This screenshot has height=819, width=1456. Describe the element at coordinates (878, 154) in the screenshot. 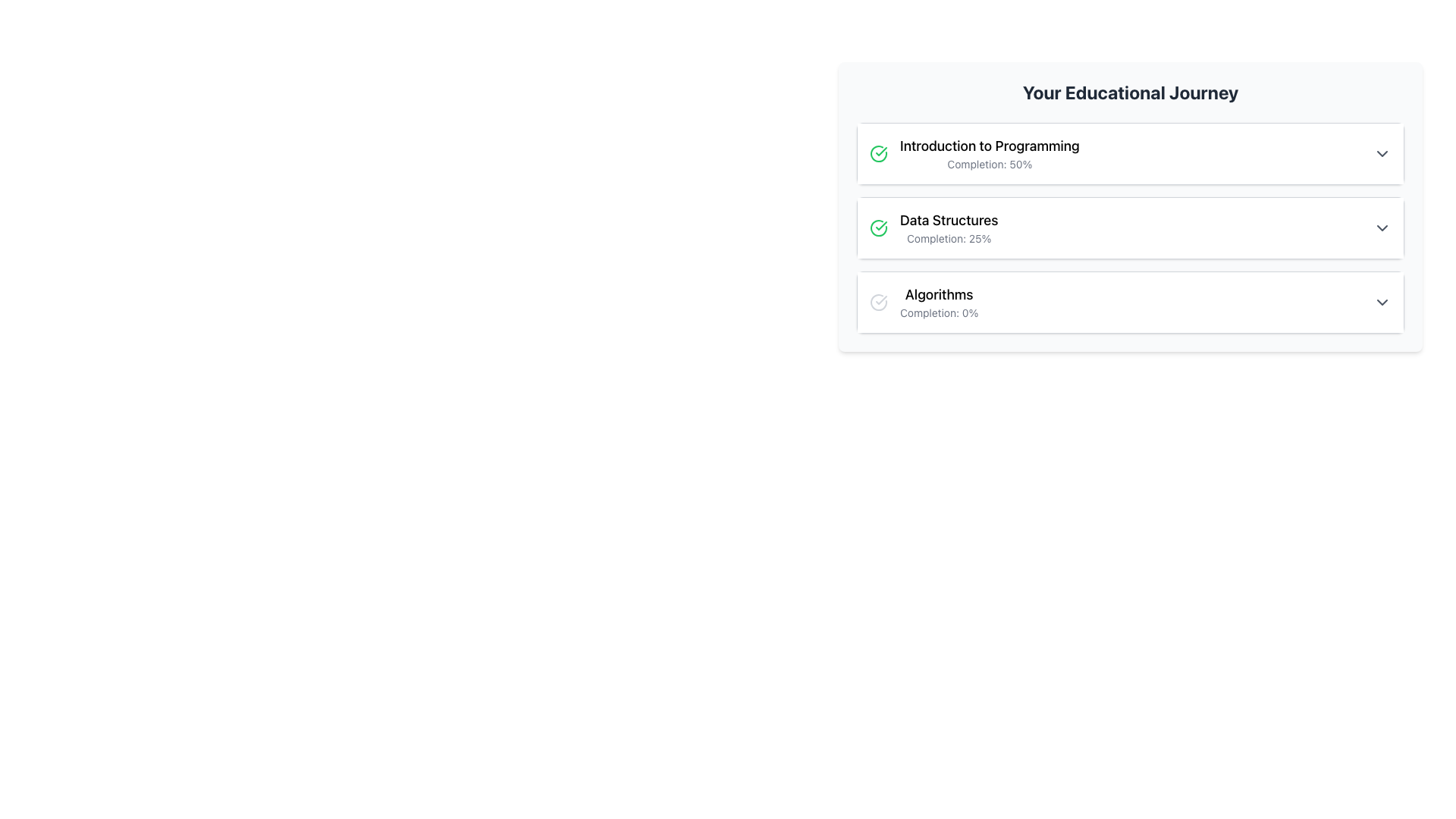

I see `the completion indicator icon located to the left of the 'Introduction to Programming' title in the 'Your Educational Journey' section` at that location.